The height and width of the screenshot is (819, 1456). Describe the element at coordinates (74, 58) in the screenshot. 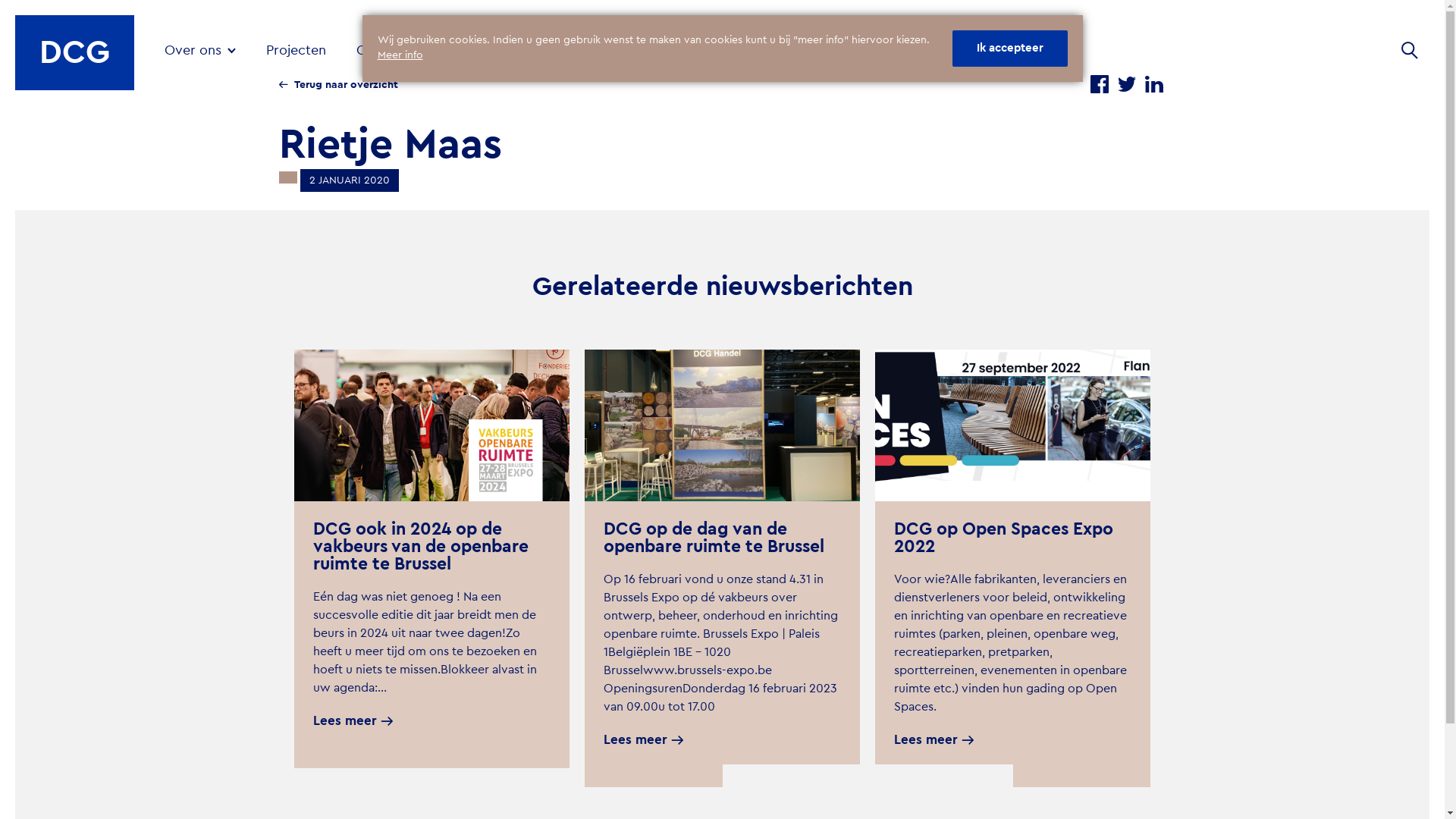

I see `'DCG'` at that location.